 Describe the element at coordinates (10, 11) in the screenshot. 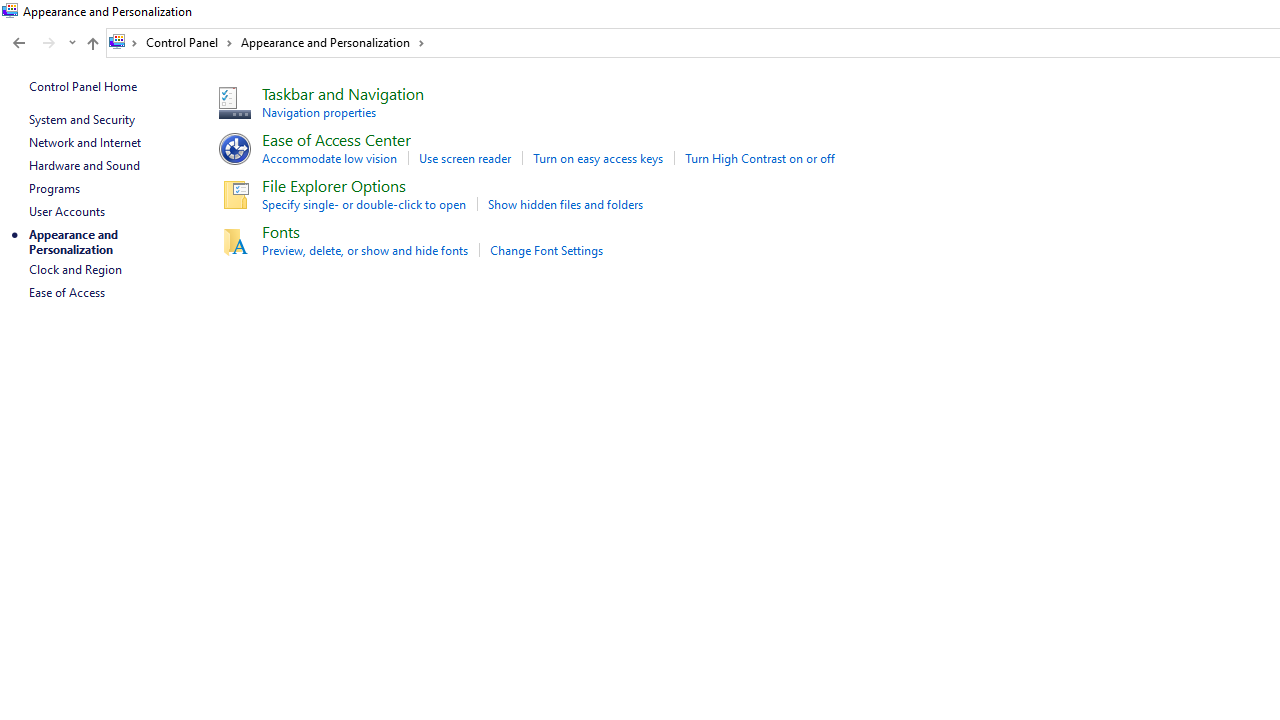

I see `'System'` at that location.